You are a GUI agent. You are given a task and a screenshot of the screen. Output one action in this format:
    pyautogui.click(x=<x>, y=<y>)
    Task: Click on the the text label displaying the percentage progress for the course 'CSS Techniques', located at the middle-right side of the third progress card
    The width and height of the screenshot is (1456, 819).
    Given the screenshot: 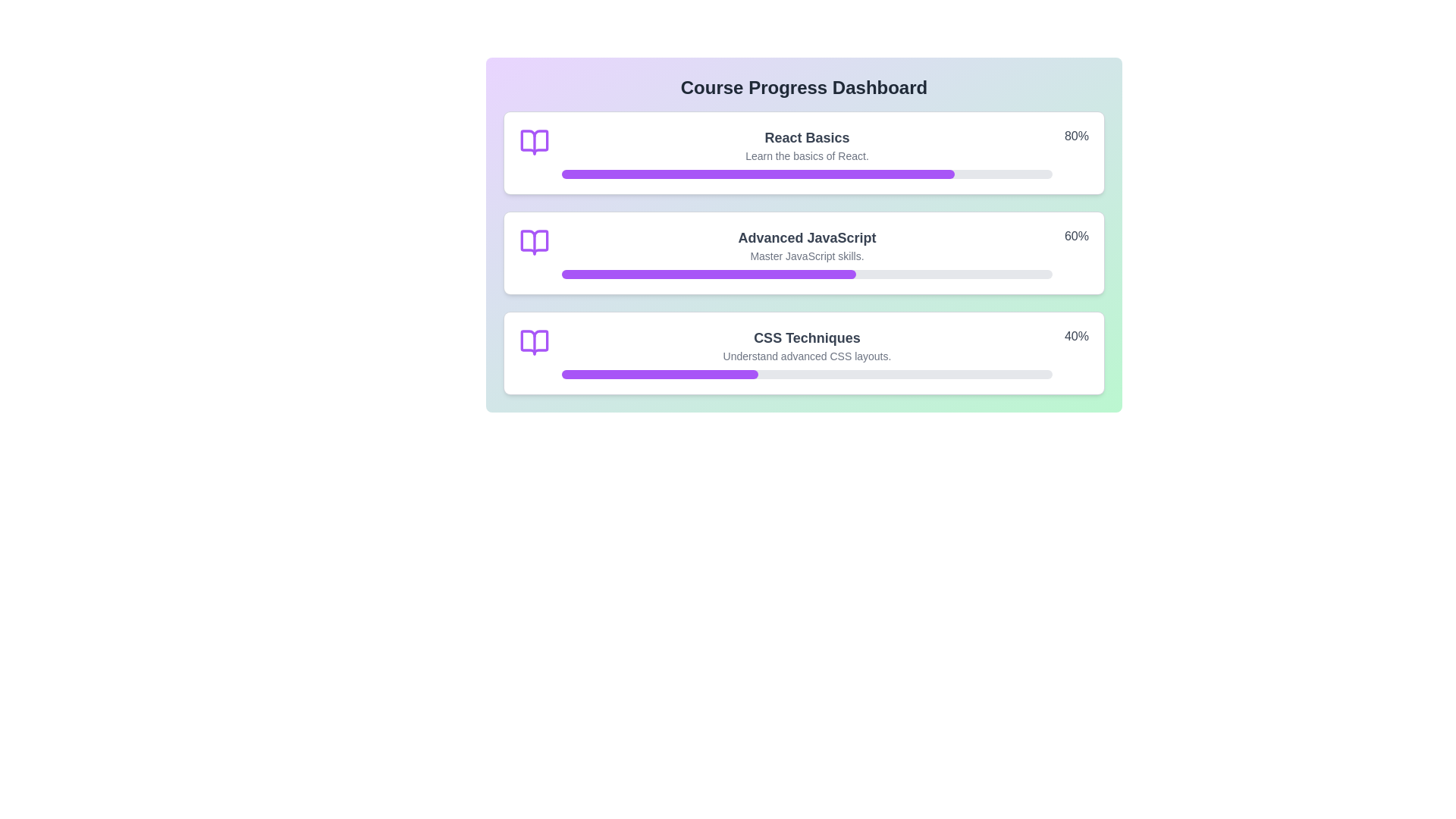 What is the action you would take?
    pyautogui.click(x=1076, y=335)
    